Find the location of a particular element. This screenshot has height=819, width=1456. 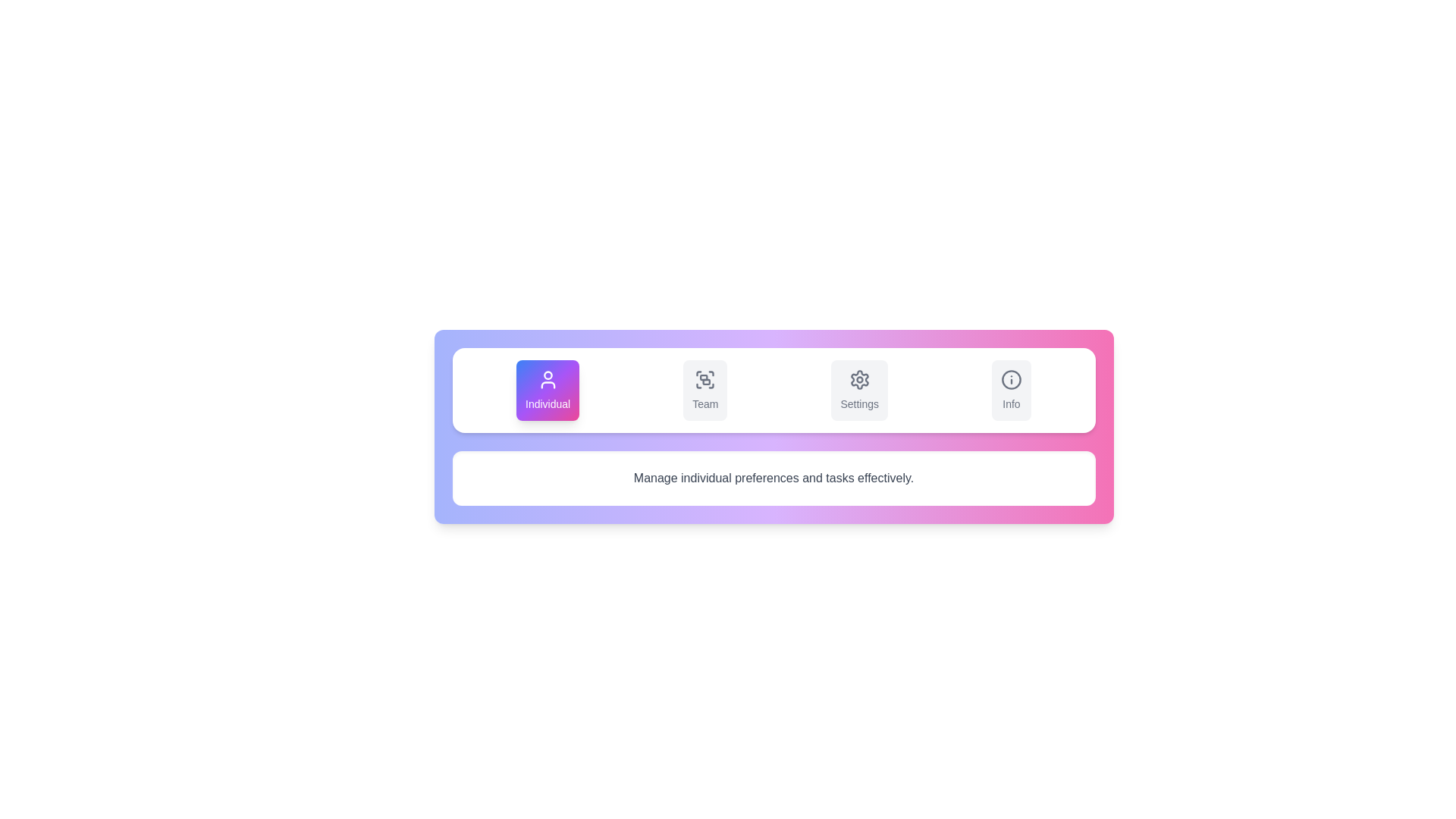

the rightmost button in the horizontal menu, which triggers navigation to the information or help section of the application is located at coordinates (1012, 390).